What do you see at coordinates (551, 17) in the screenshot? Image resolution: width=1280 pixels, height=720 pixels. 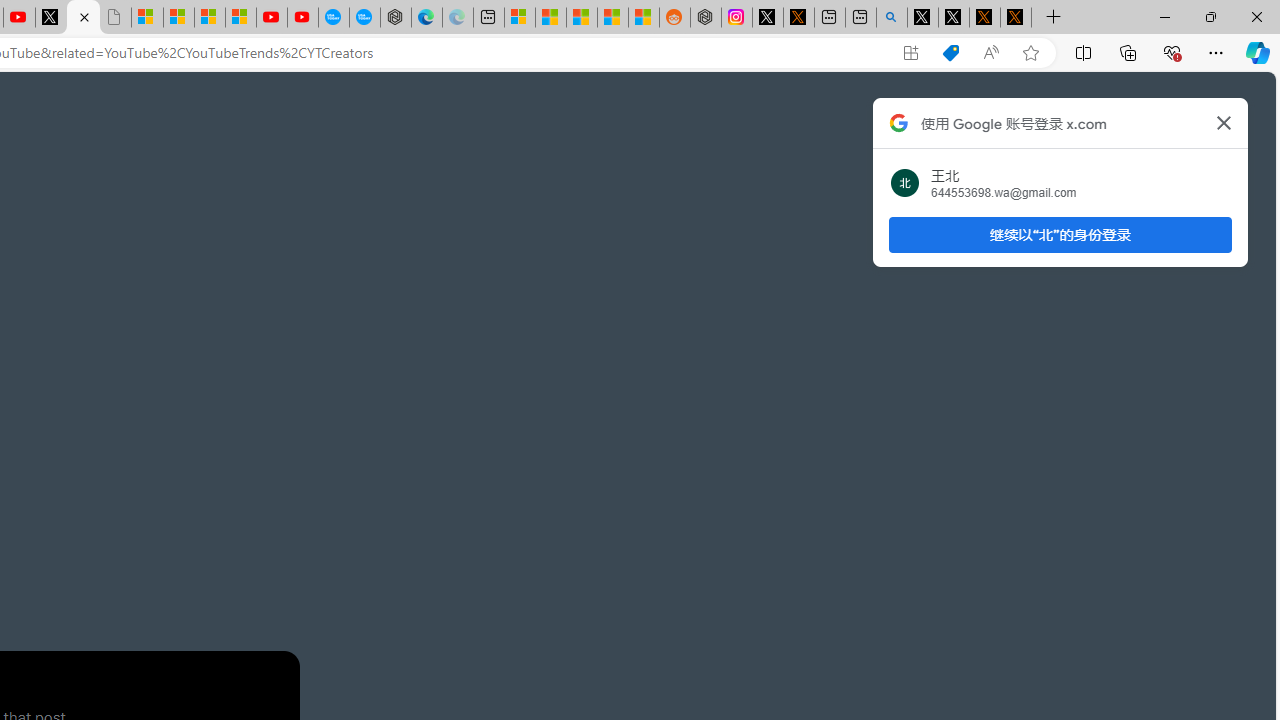 I see `'Shanghai, China weather forecast | Microsoft Weather'` at bounding box center [551, 17].